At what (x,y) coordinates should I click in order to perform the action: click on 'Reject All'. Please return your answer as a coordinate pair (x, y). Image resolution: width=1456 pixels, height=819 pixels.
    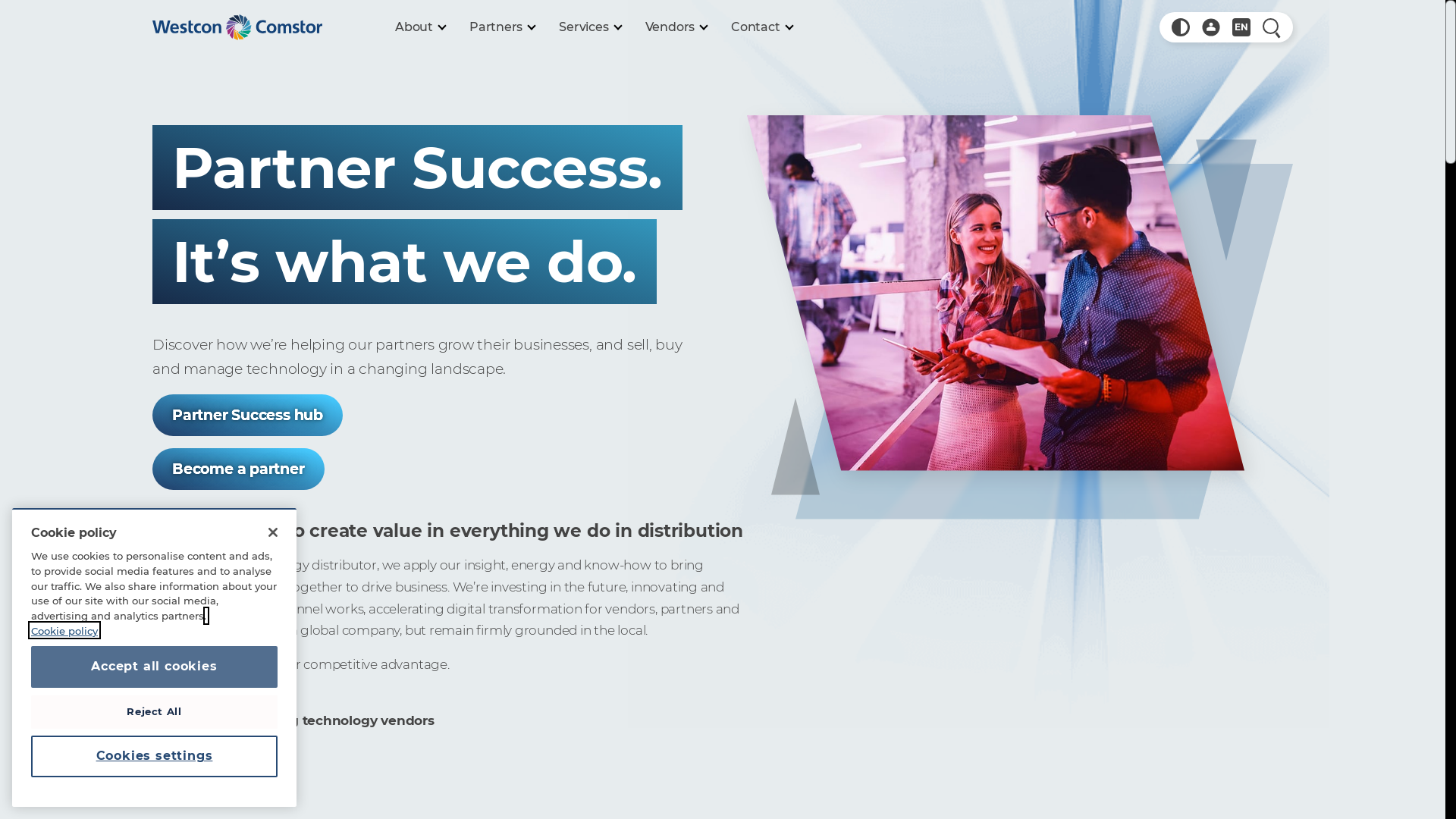
    Looking at the image, I should click on (154, 711).